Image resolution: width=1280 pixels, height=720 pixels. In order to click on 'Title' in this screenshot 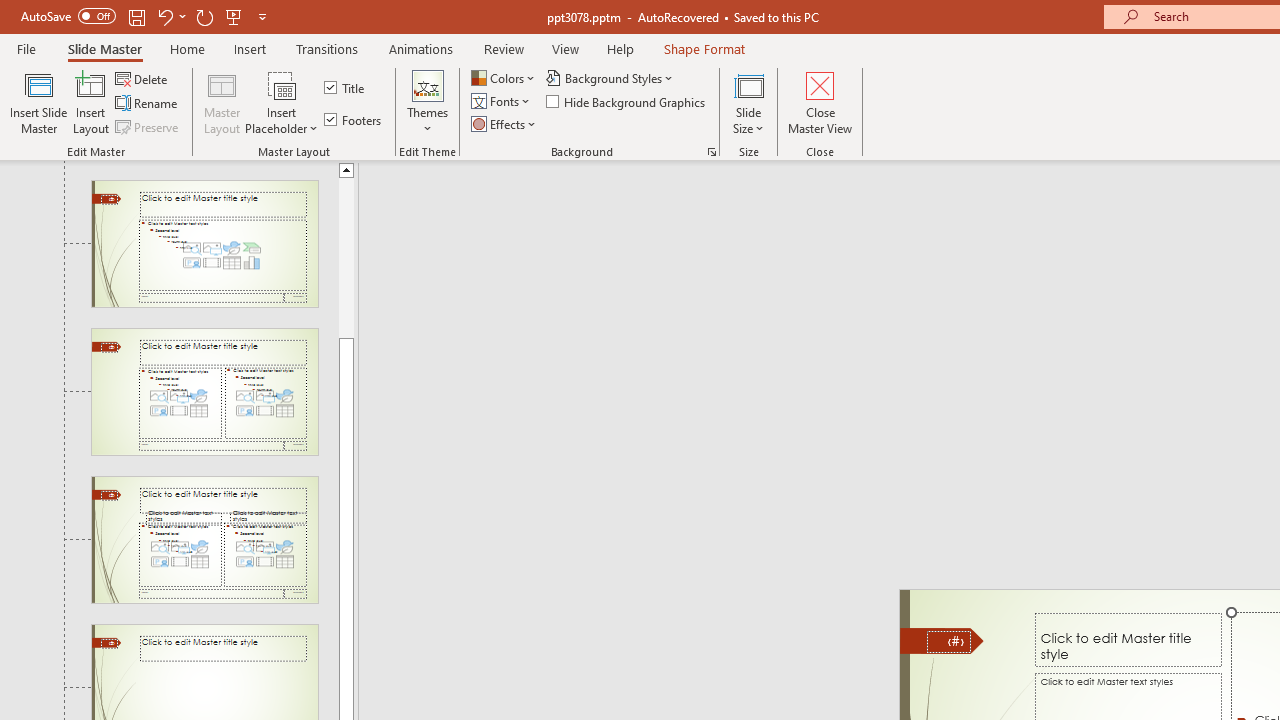, I will do `click(346, 86)`.